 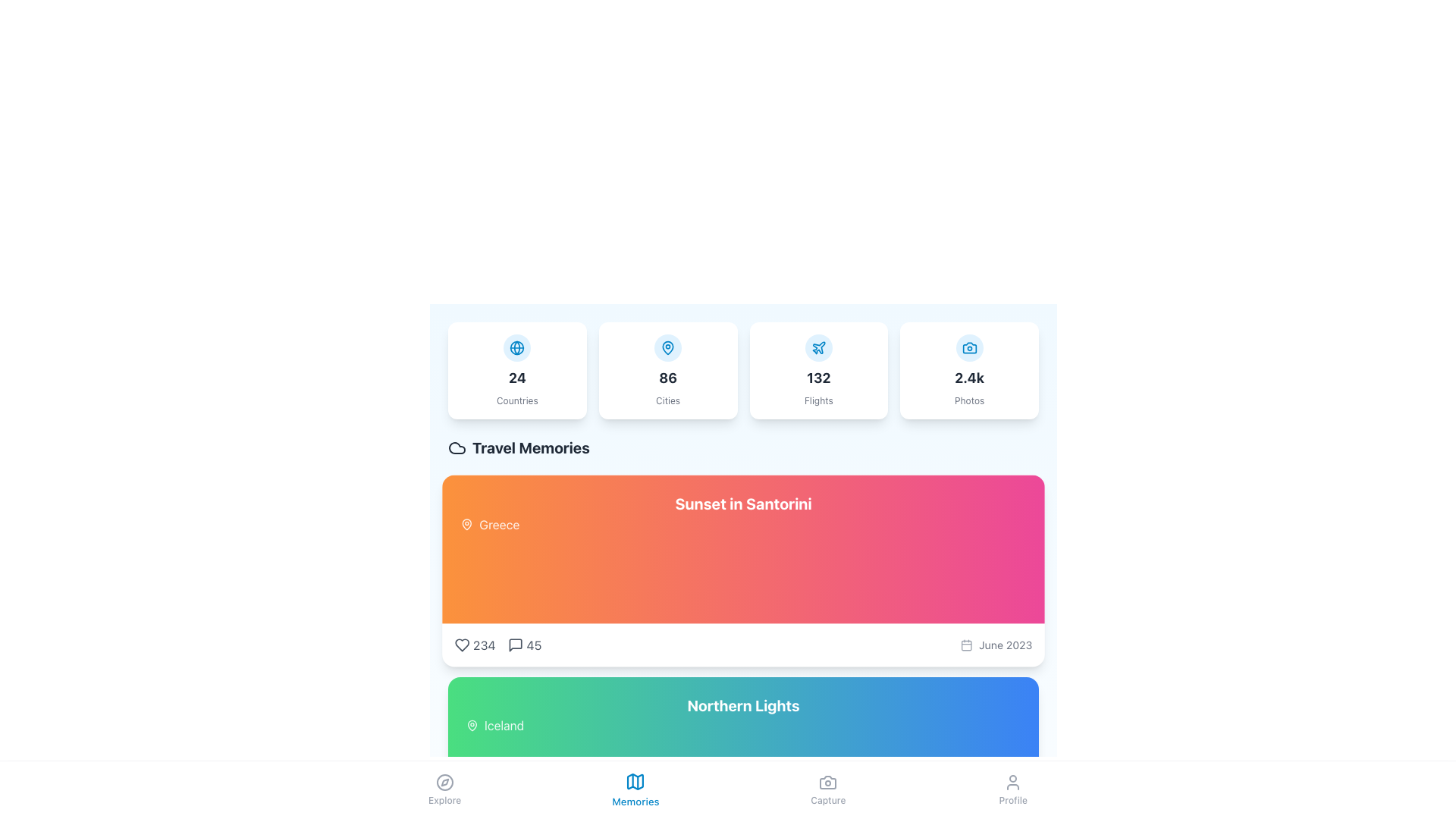 What do you see at coordinates (635, 781) in the screenshot?
I see `the 'Memories' tab icon which is represented as a folded map with a blue outline in the bottom navigation bar, located between the 'Explore' and 'Capture' tab icons` at bounding box center [635, 781].